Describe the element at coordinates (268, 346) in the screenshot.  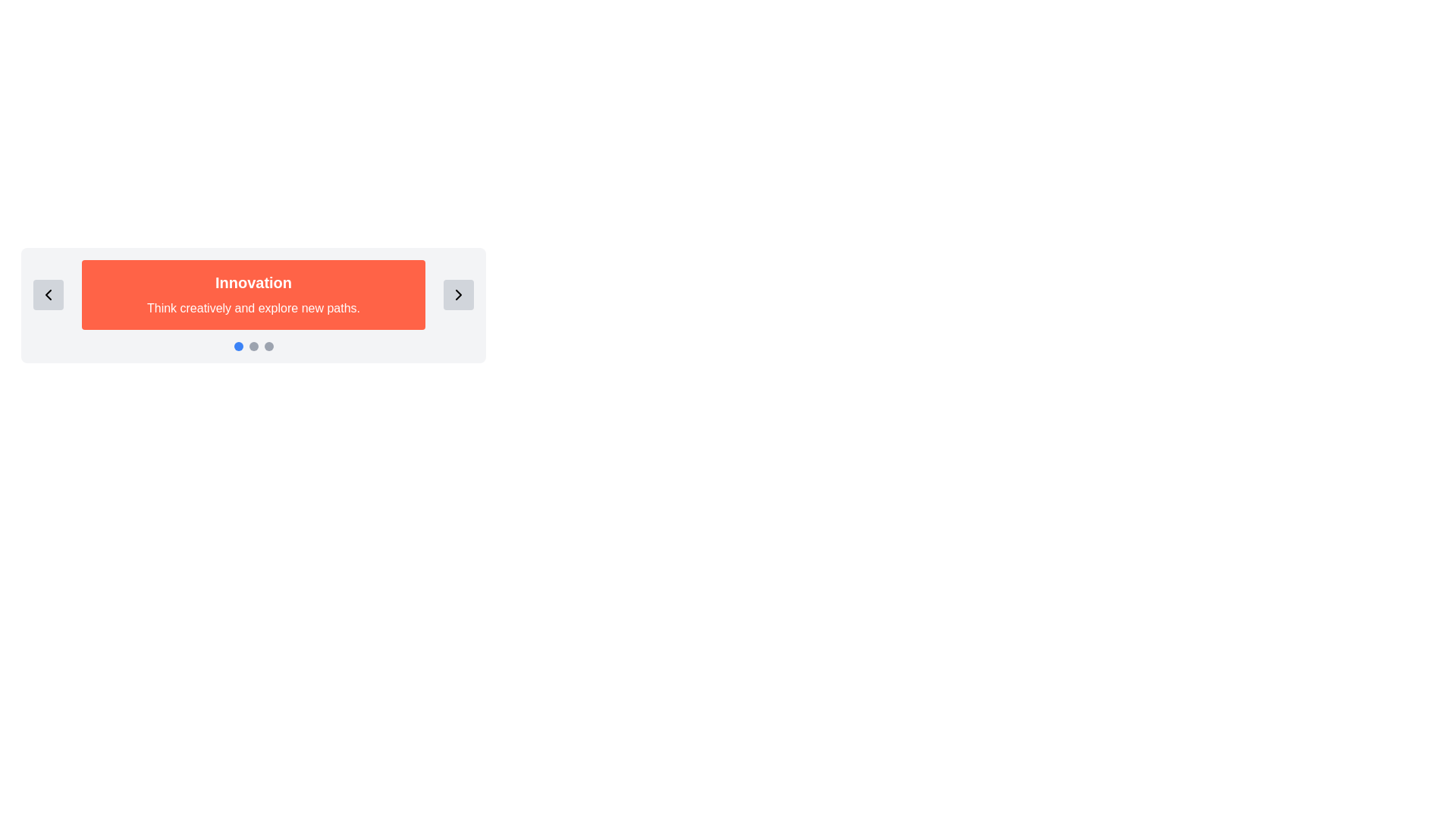
I see `the third dot-style navigation indicator for the carousel located beneath the 'Innovation' banner` at that location.